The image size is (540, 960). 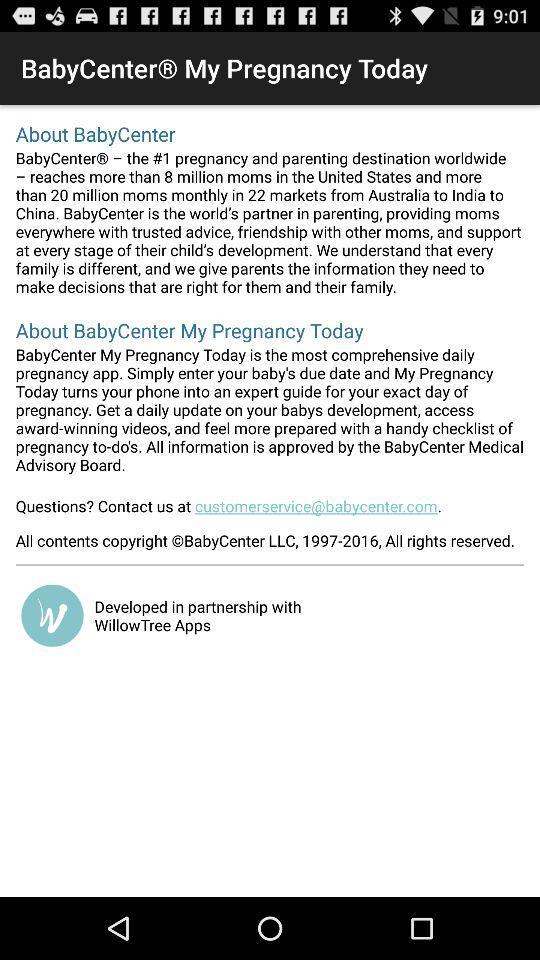 I want to click on the icon below babycenter my pregnancy app, so click(x=270, y=511).